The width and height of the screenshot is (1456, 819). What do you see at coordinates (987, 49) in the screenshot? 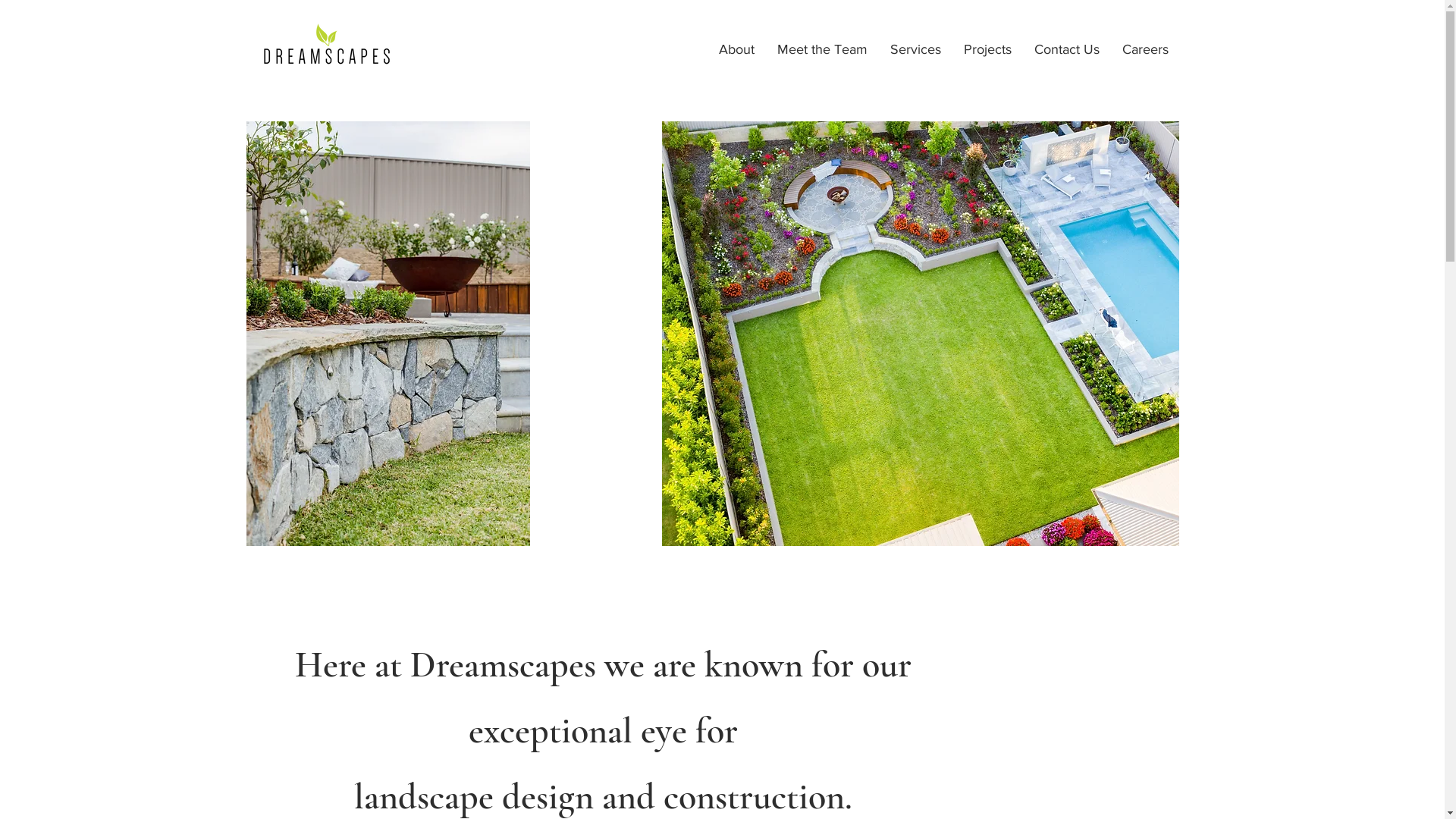
I see `'Projects'` at bounding box center [987, 49].